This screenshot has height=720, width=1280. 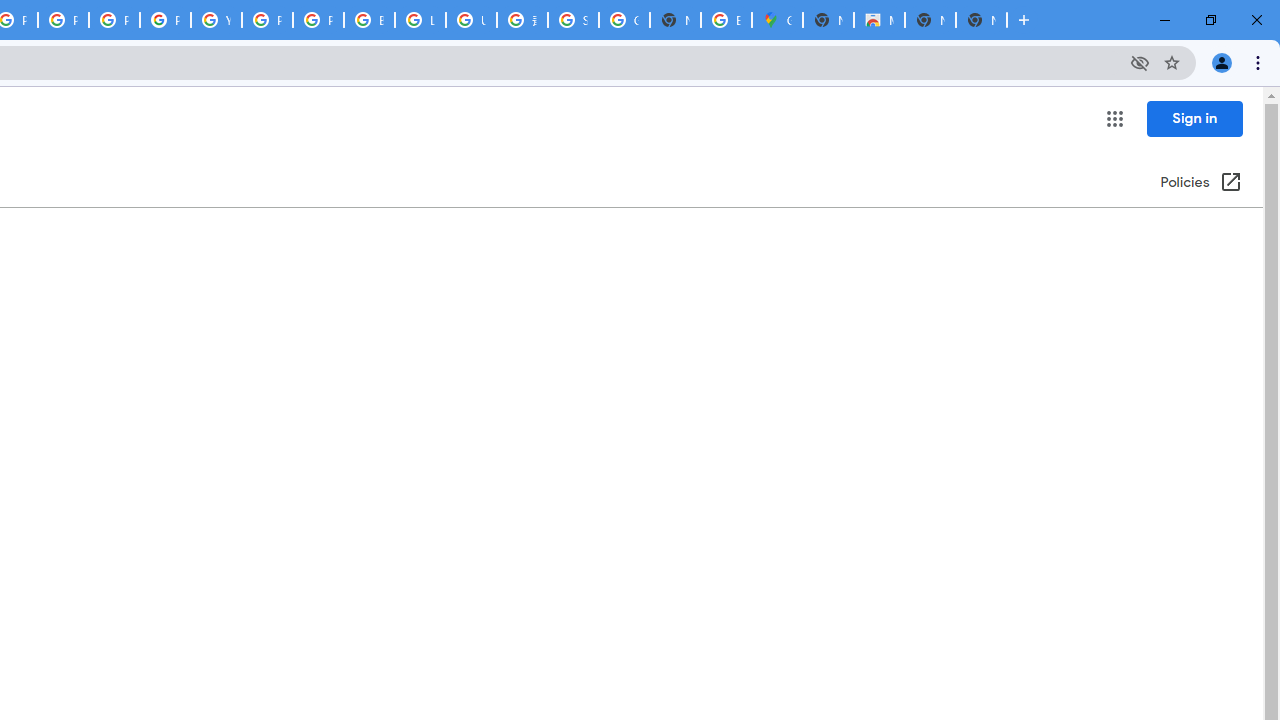 I want to click on 'YouTube', so click(x=216, y=20).